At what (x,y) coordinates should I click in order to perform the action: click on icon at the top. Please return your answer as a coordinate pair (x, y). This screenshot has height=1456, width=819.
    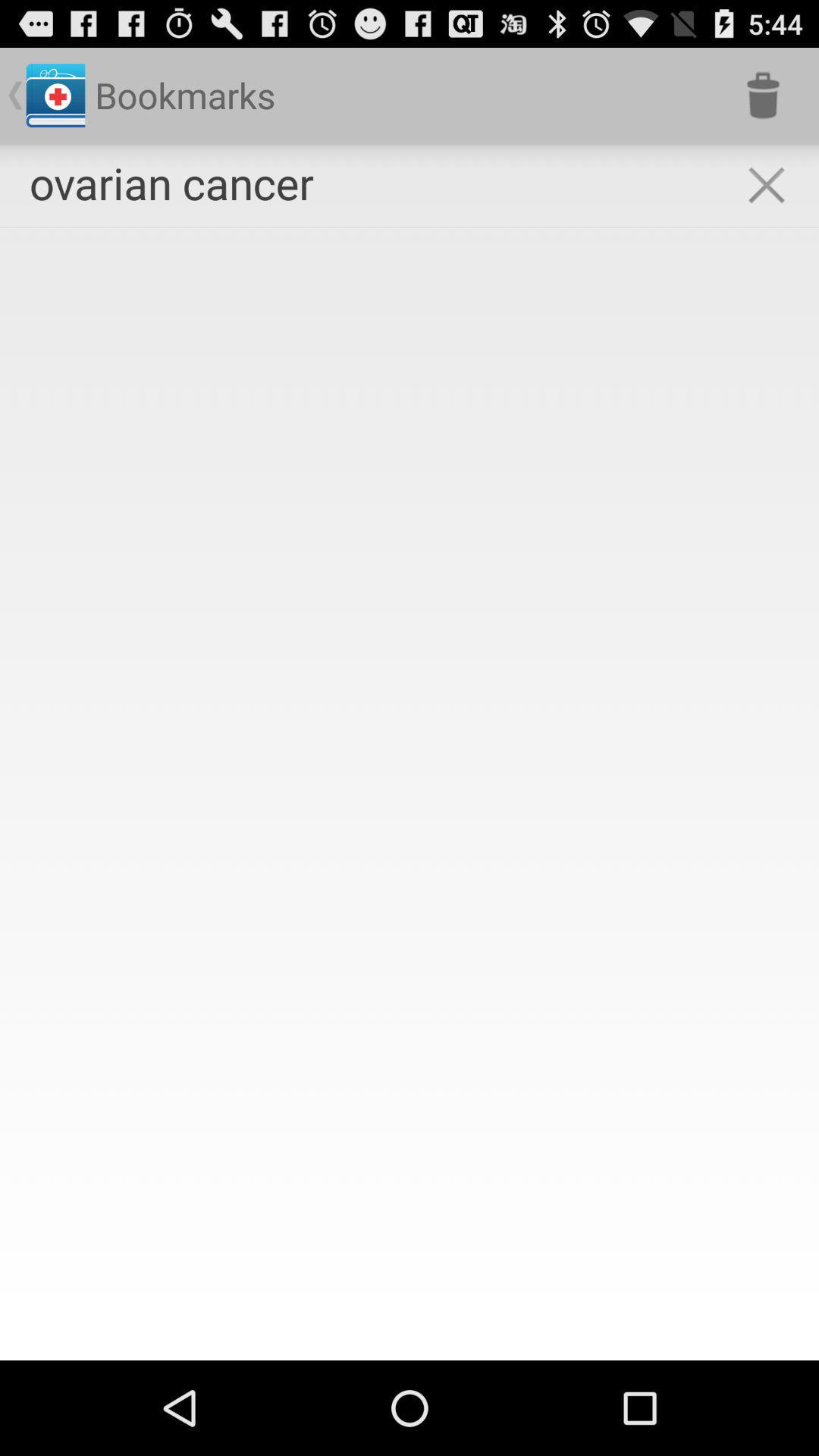
    Looking at the image, I should click on (409, 226).